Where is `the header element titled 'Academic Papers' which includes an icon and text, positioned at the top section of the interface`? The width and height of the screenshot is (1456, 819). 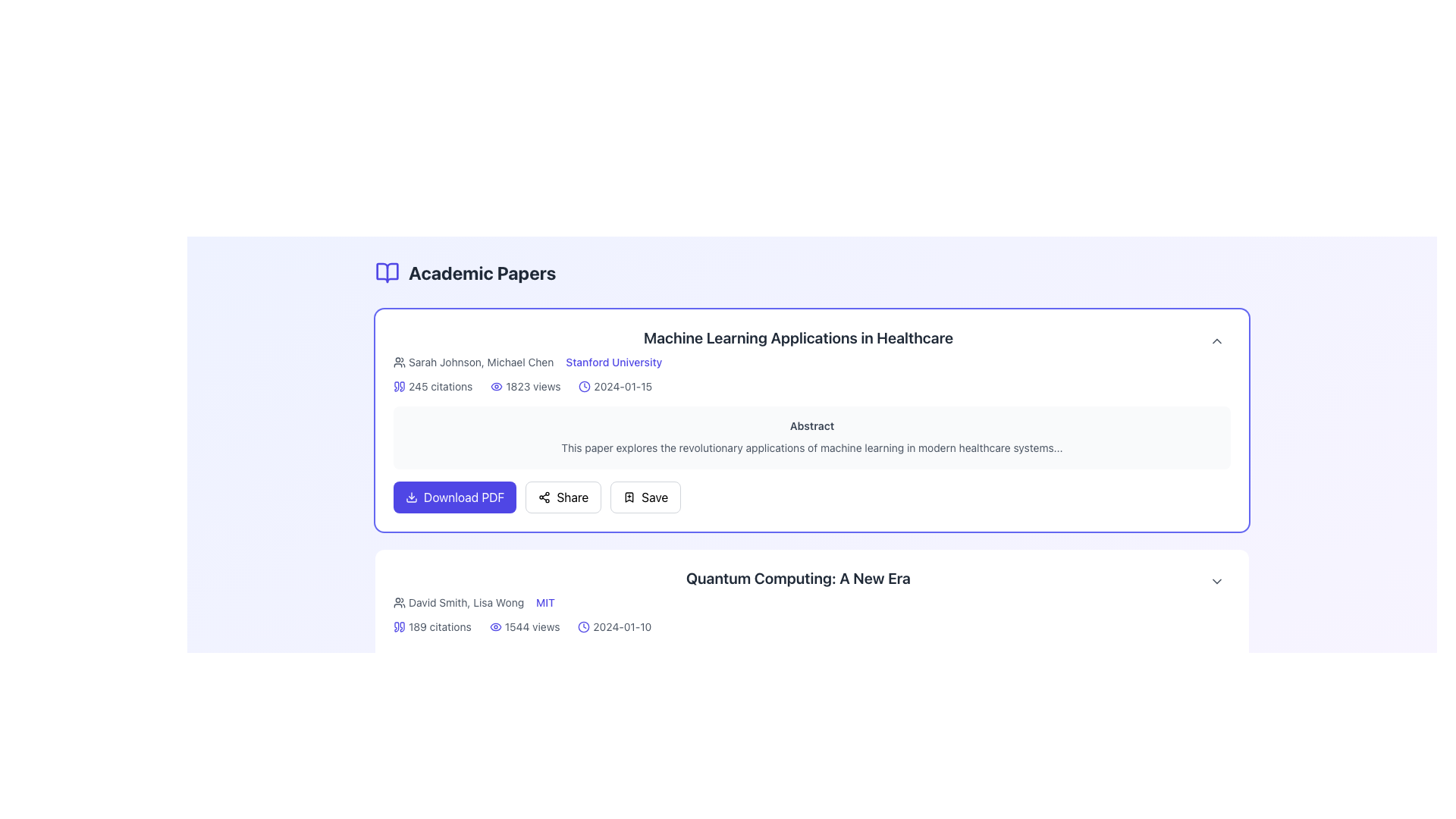
the header element titled 'Academic Papers' which includes an icon and text, positioned at the top section of the interface is located at coordinates (465, 271).